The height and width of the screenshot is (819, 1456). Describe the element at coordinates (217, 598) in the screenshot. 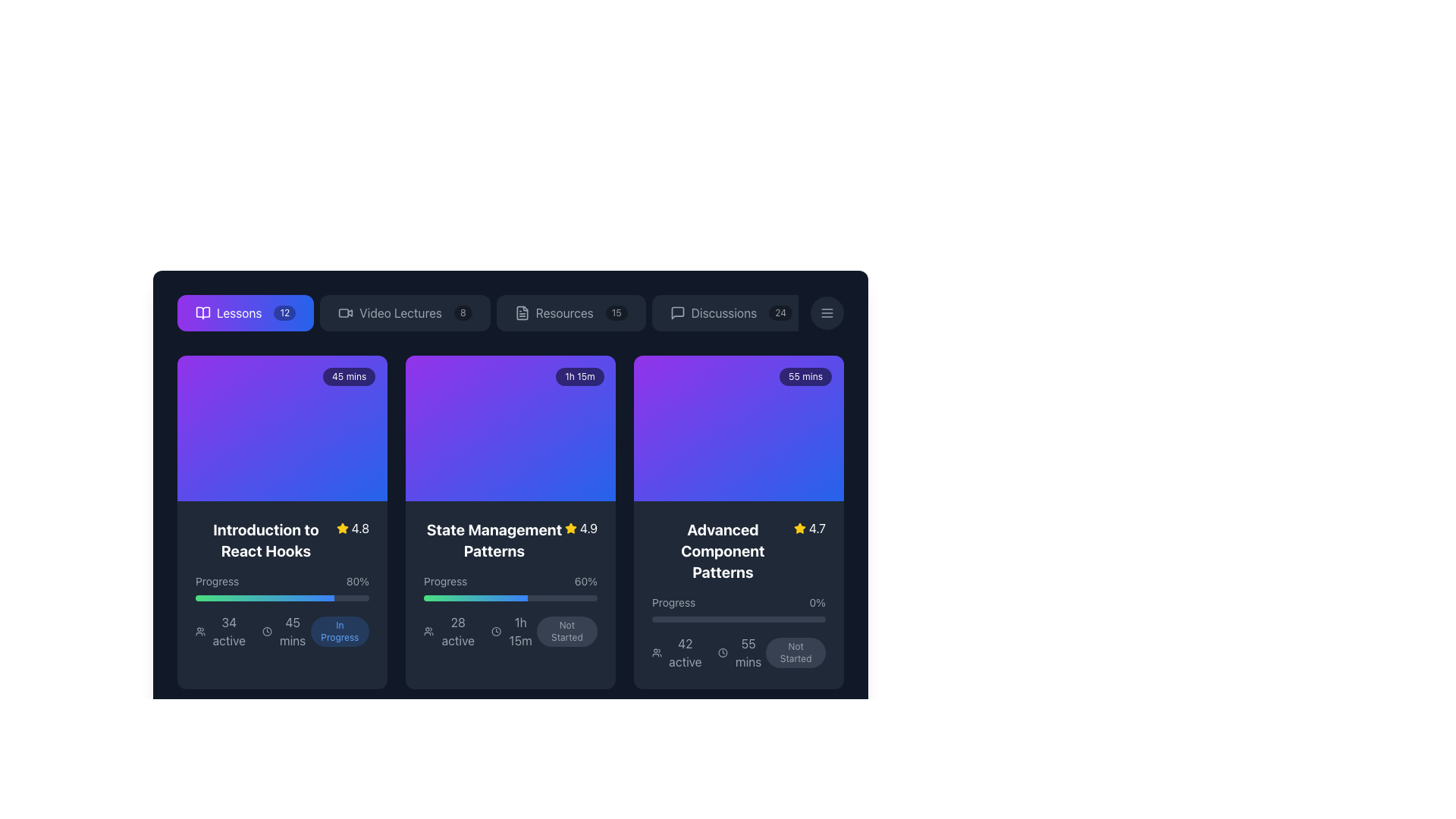

I see `the progress bar` at that location.